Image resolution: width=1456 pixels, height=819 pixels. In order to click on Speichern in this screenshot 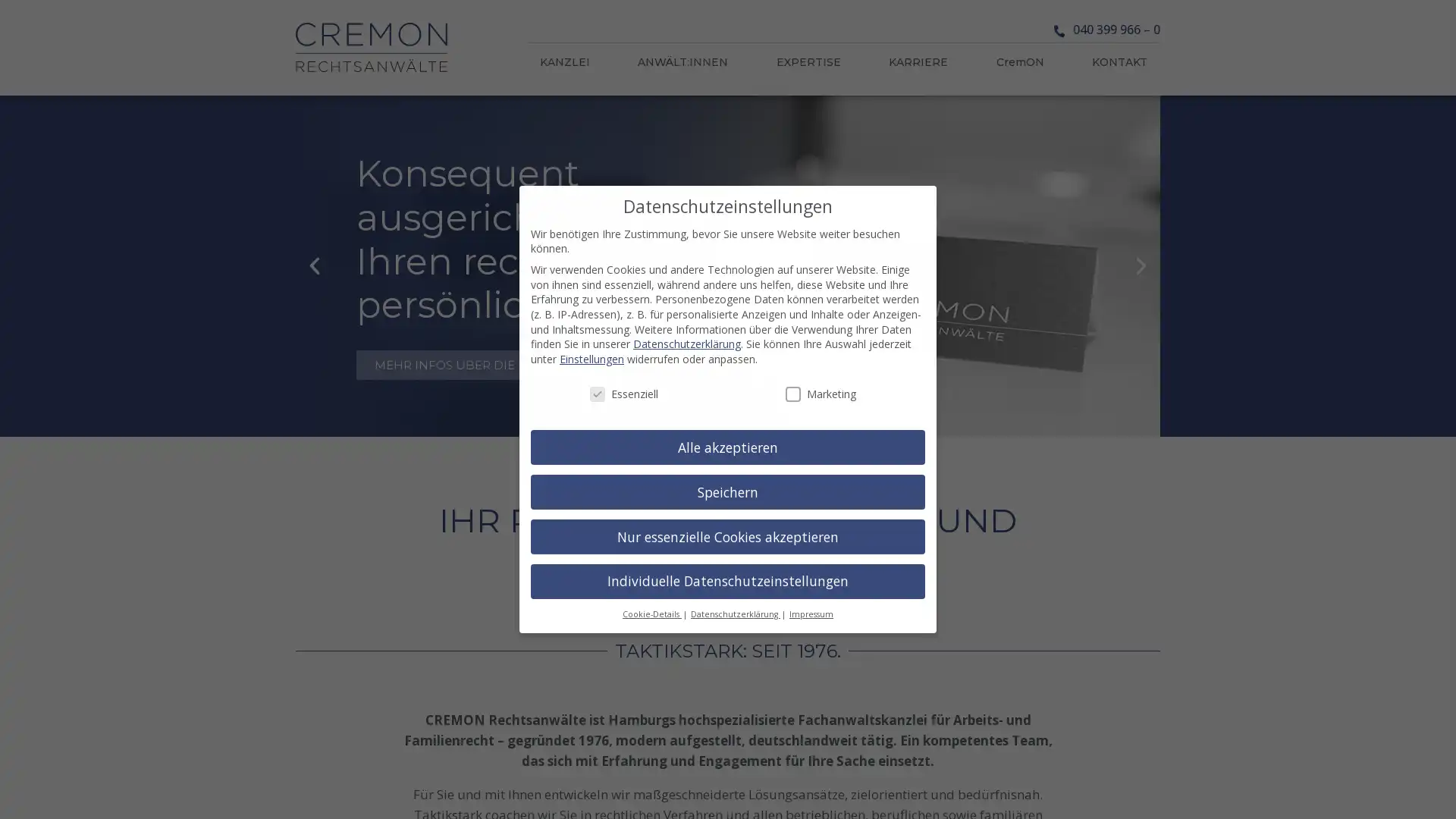, I will do `click(728, 491)`.